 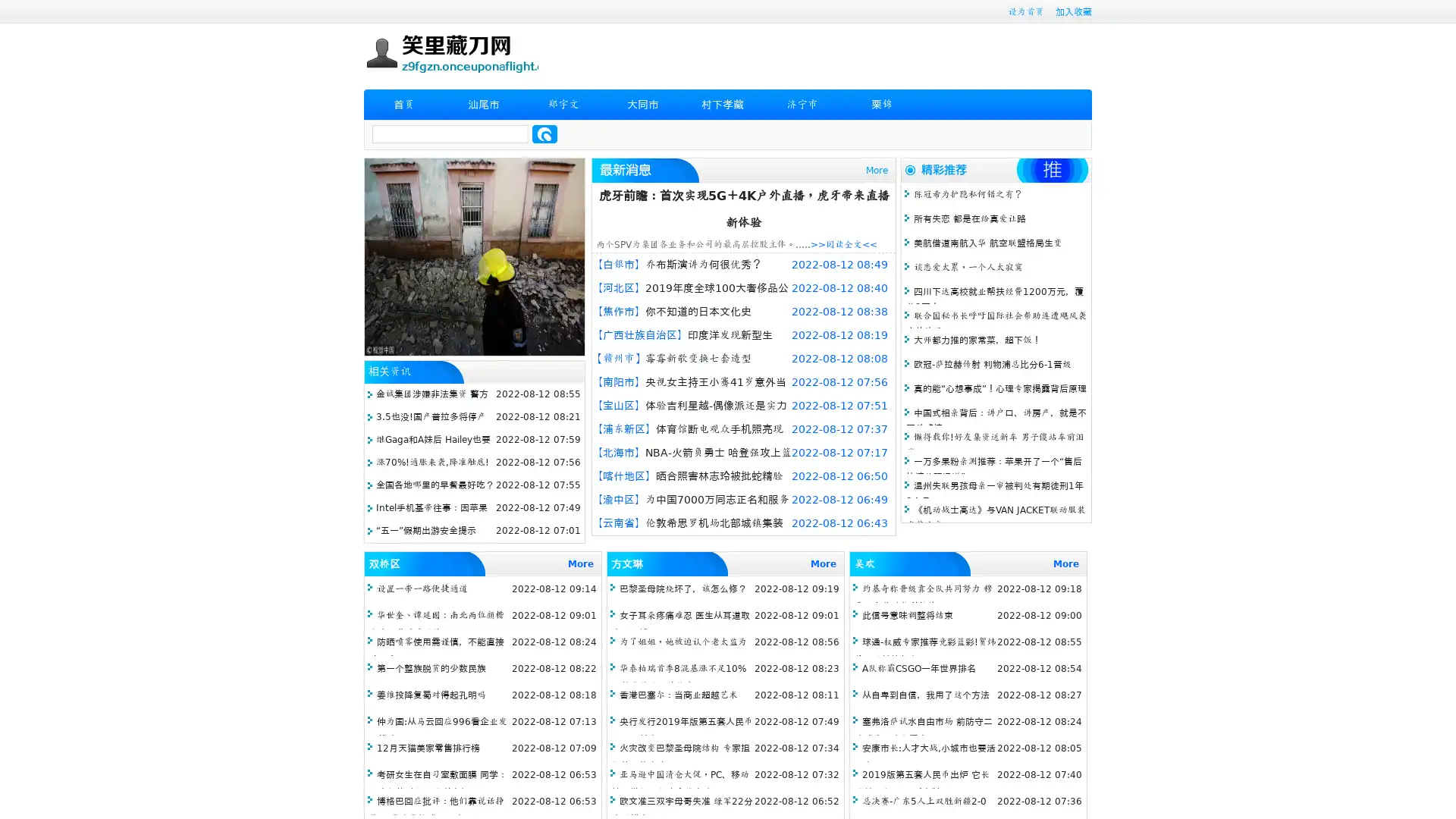 What do you see at coordinates (544, 133) in the screenshot?
I see `Search` at bounding box center [544, 133].